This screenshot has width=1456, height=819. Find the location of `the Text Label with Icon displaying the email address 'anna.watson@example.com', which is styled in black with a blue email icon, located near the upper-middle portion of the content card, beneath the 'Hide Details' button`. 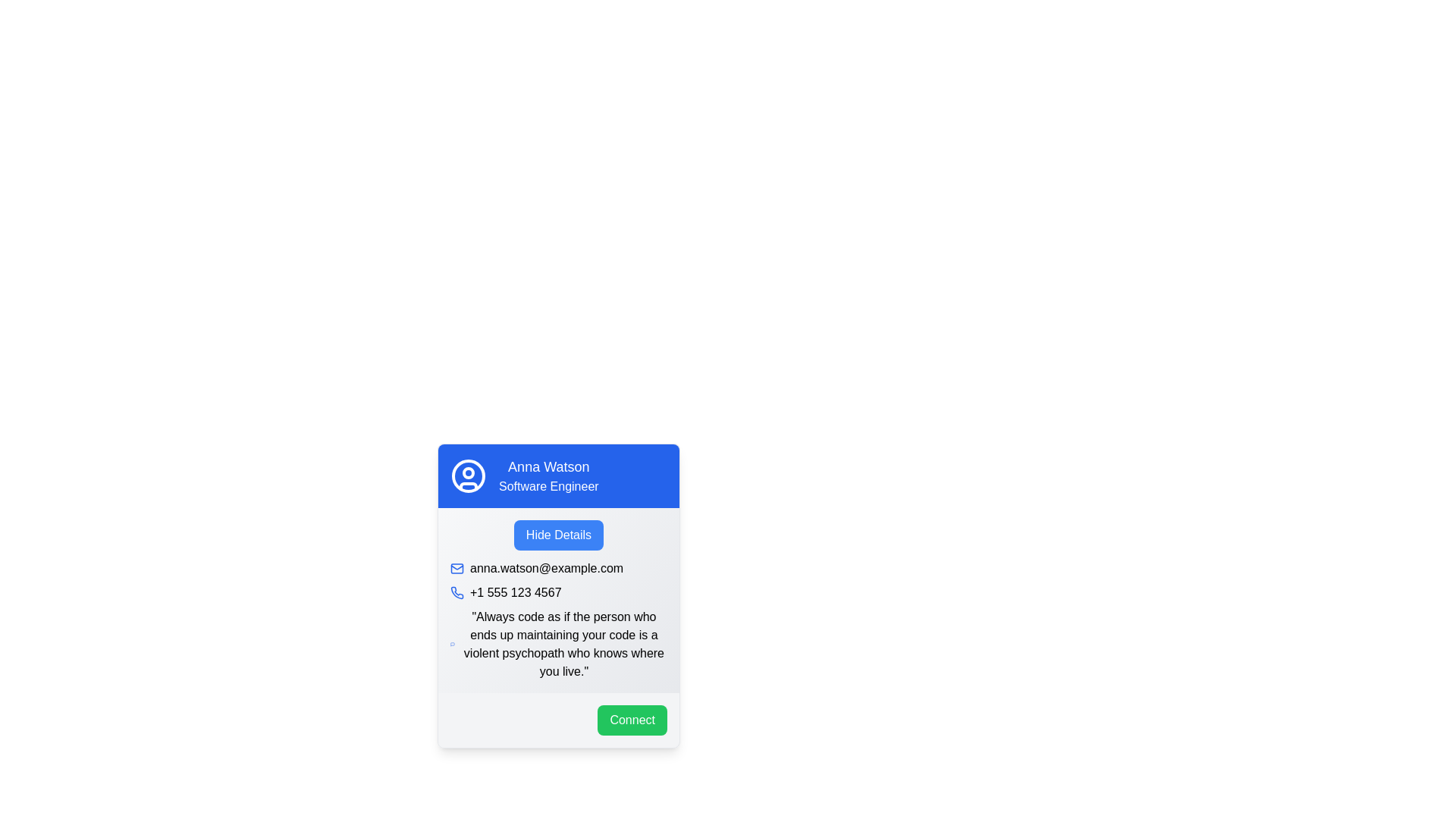

the Text Label with Icon displaying the email address 'anna.watson@example.com', which is styled in black with a blue email icon, located near the upper-middle portion of the content card, beneath the 'Hide Details' button is located at coordinates (558, 568).